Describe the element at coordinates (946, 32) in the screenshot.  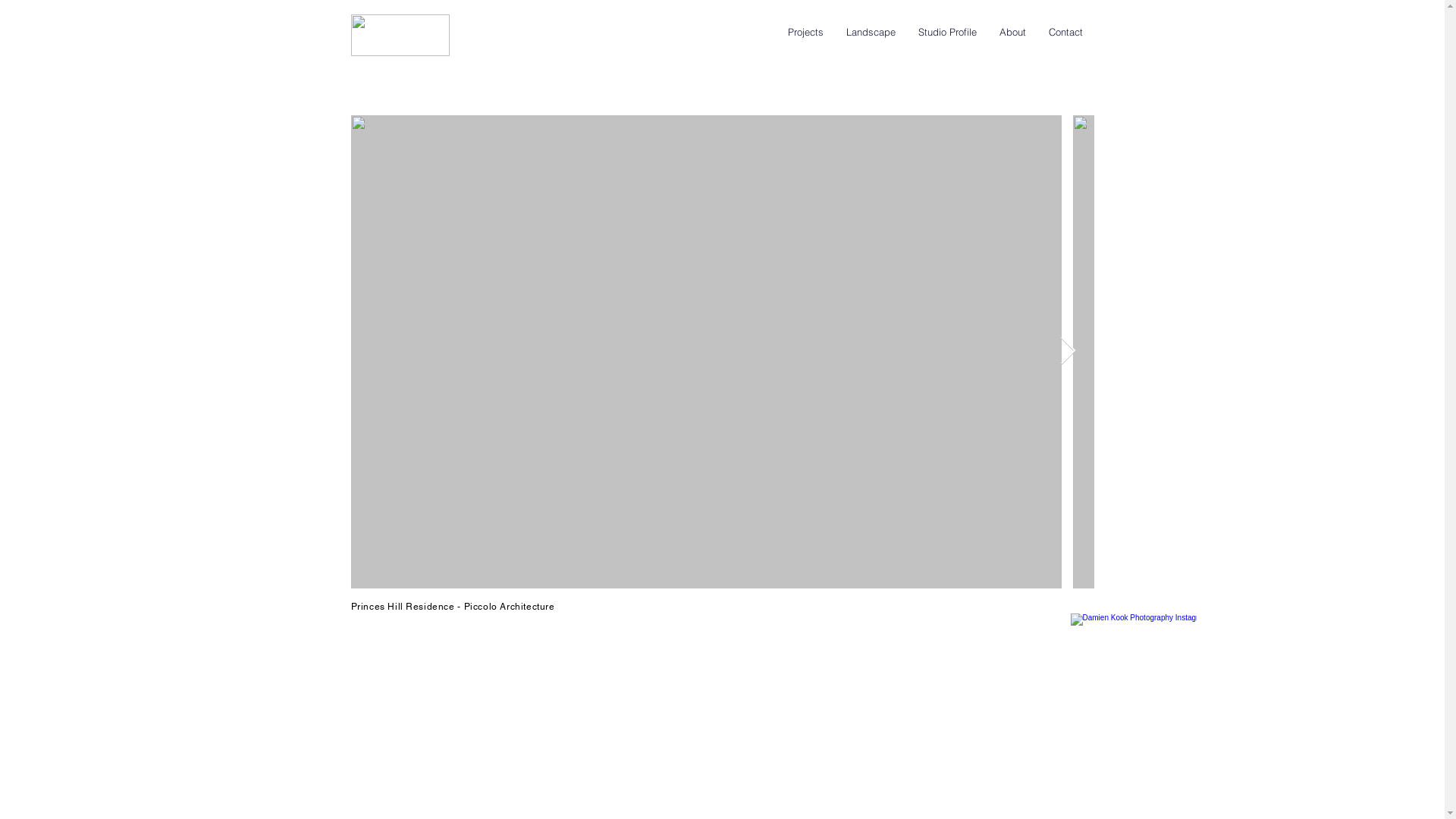
I see `'Studio Profile'` at that location.